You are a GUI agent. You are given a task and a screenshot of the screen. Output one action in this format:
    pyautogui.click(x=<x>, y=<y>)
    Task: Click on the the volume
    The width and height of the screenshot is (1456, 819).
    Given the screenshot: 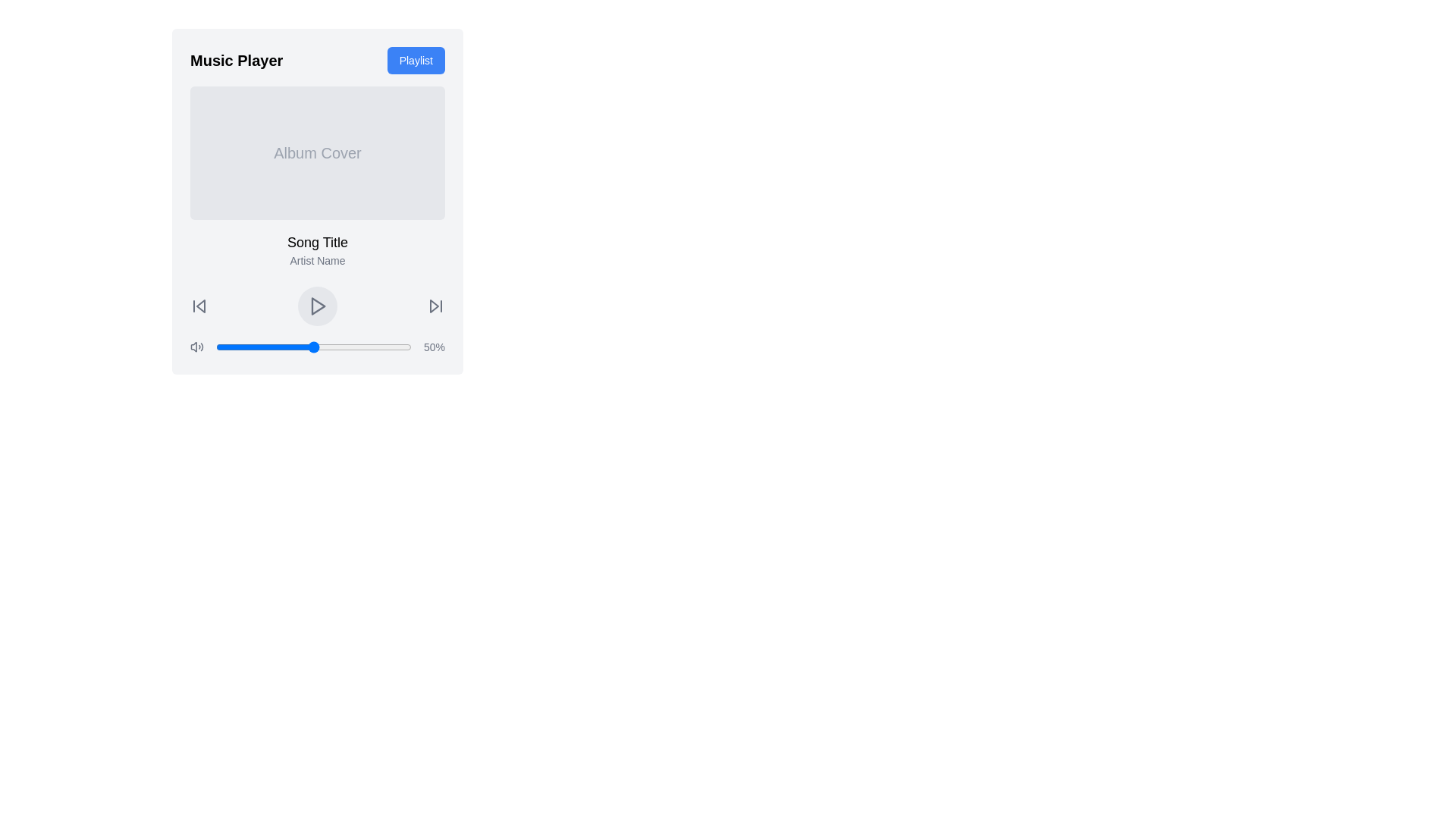 What is the action you would take?
    pyautogui.click(x=346, y=347)
    